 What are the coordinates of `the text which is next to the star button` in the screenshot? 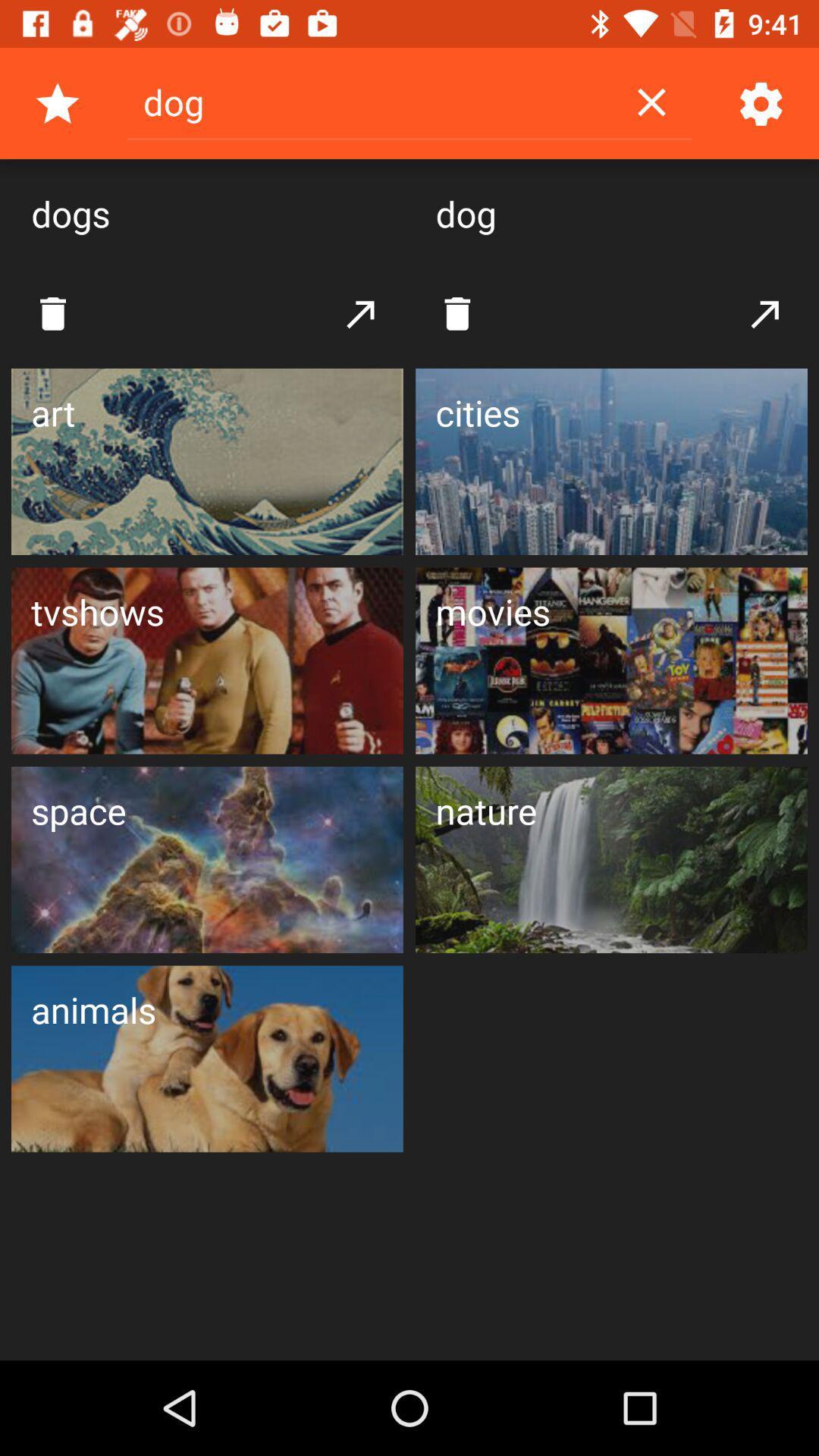 It's located at (369, 101).